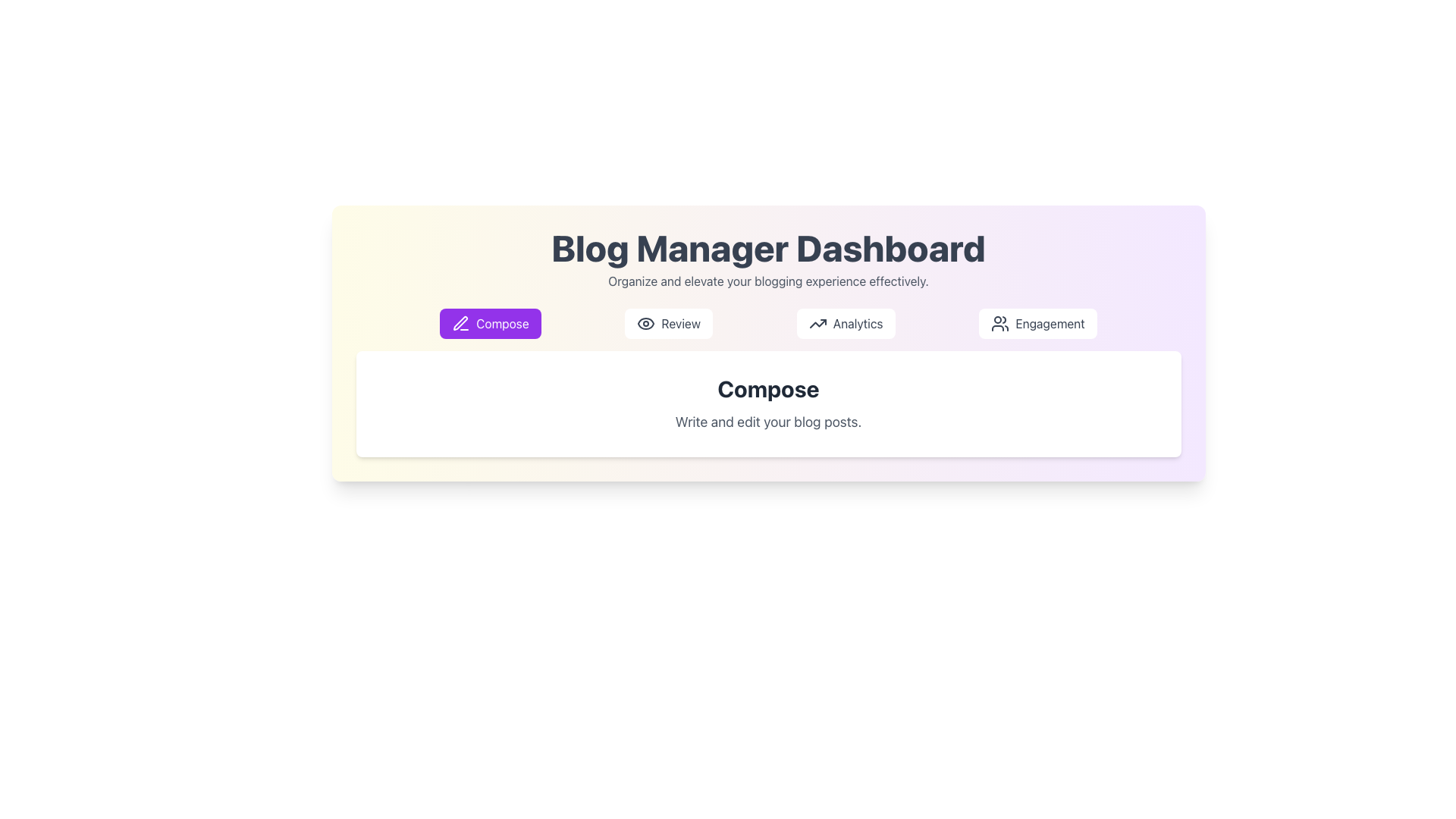  I want to click on the pen icon inside the 'Compose' button, so click(460, 322).